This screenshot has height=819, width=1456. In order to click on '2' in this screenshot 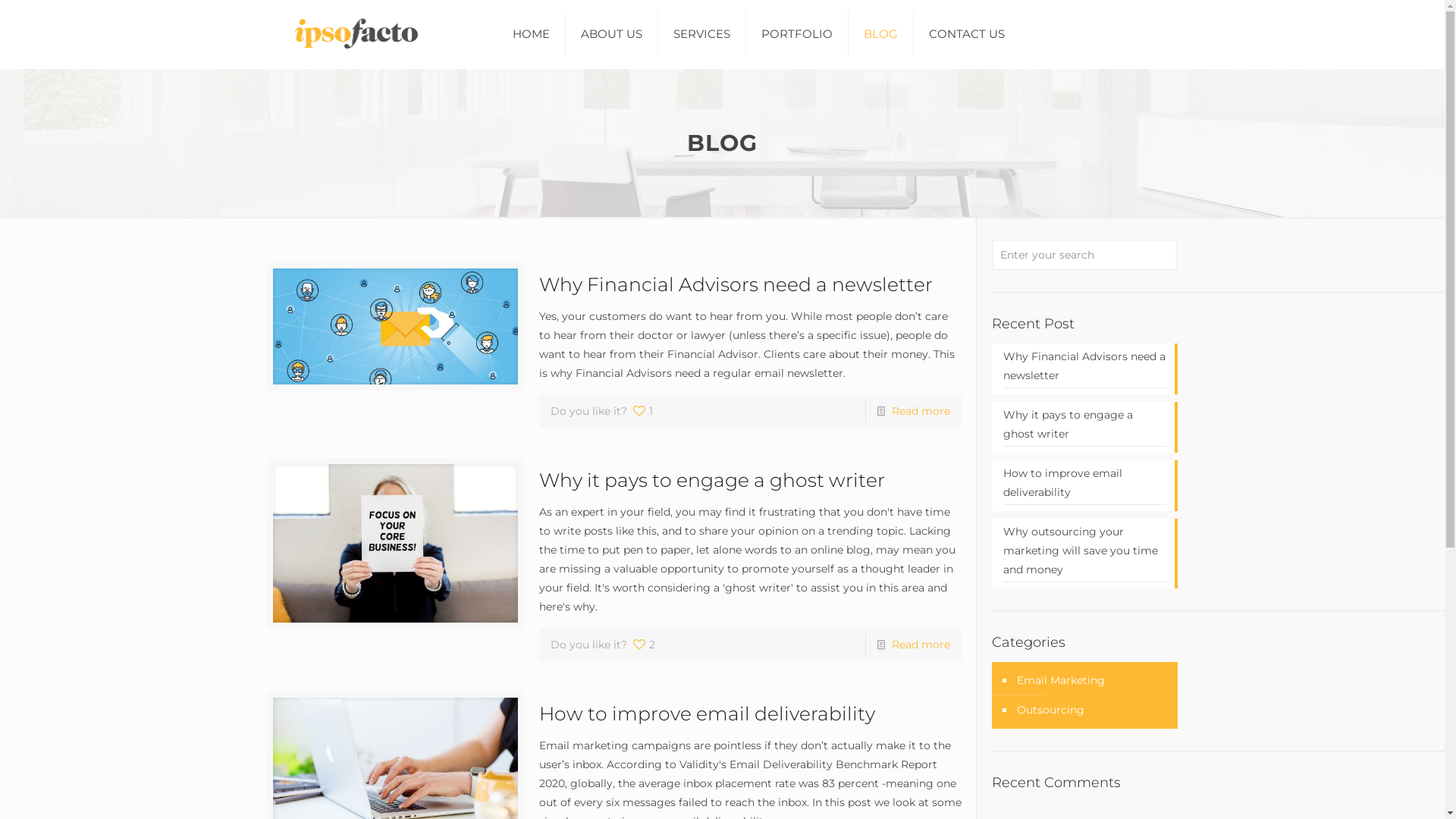, I will do `click(643, 644)`.